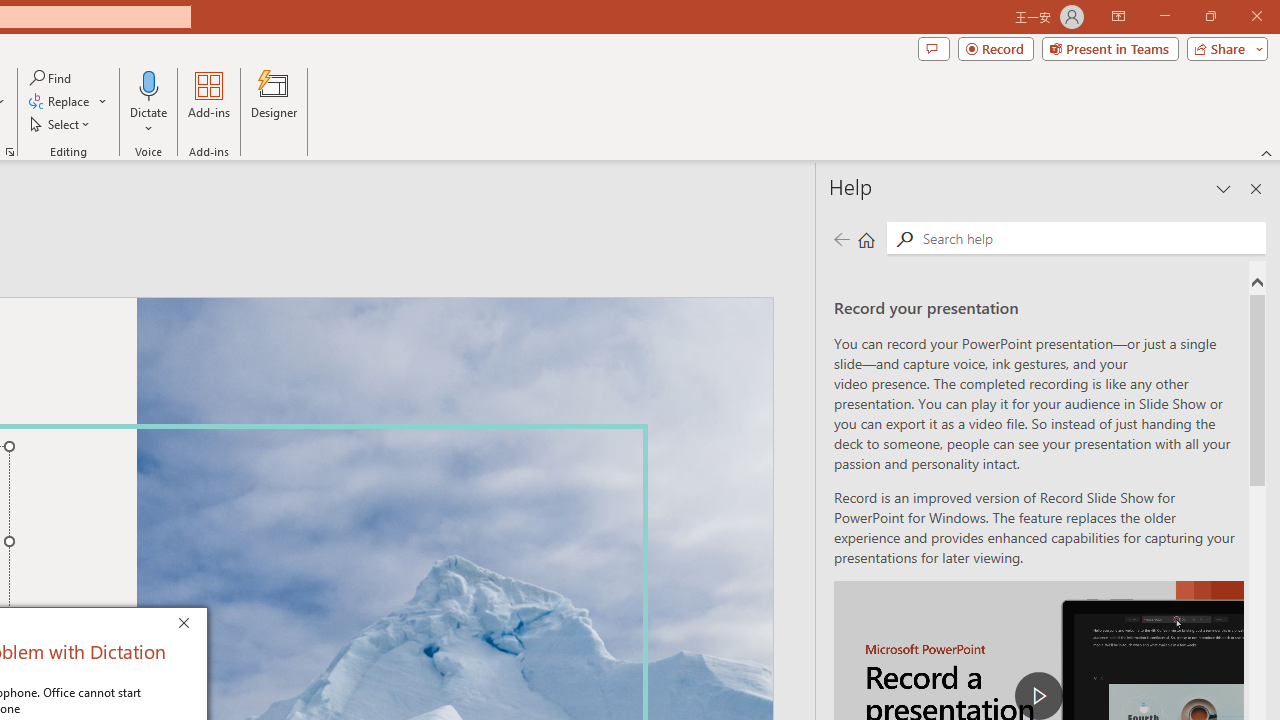 This screenshot has height=720, width=1280. Describe the element at coordinates (1223, 189) in the screenshot. I see `'Task Pane Options'` at that location.